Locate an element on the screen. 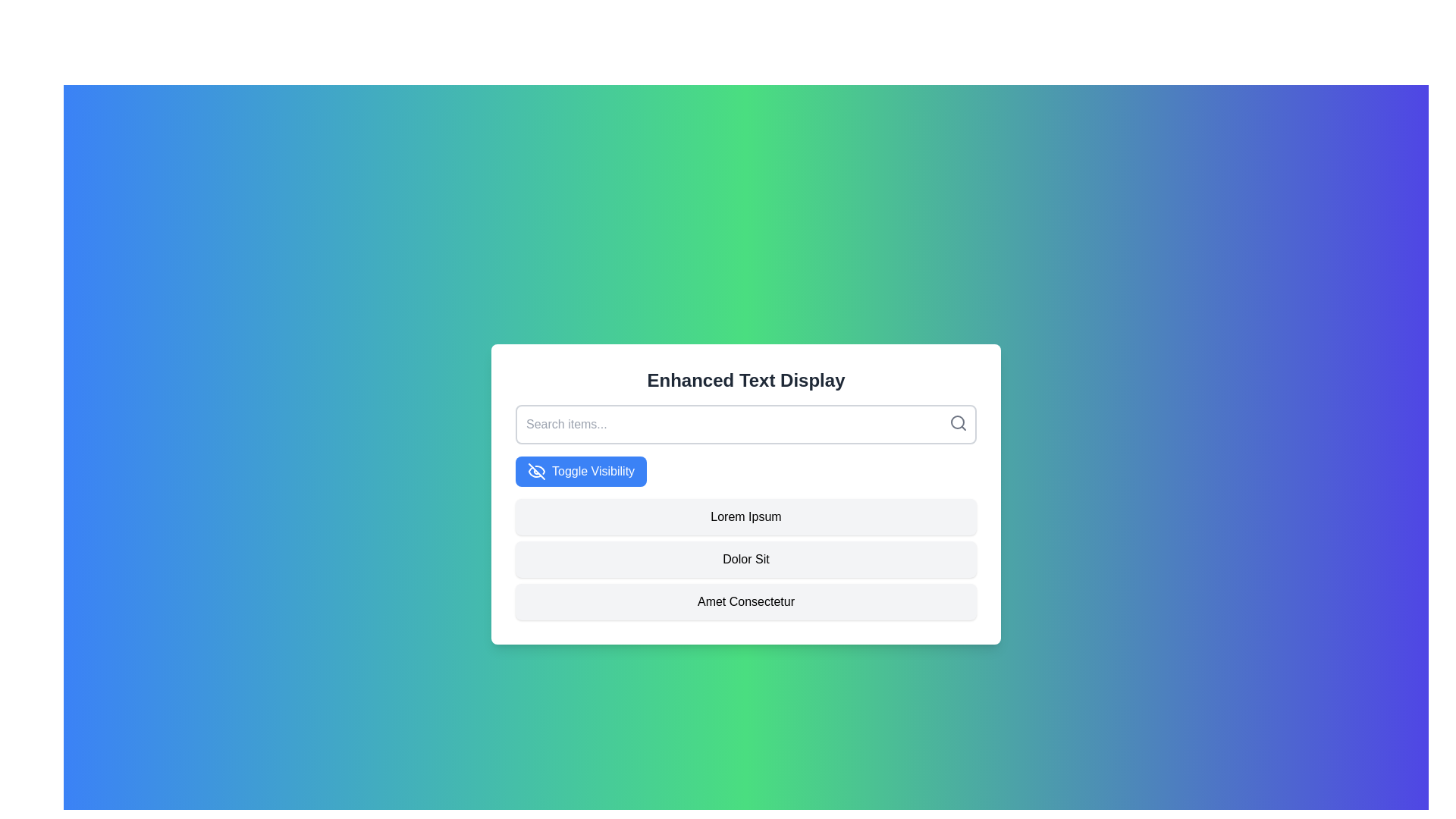 The width and height of the screenshot is (1456, 819). the visibility icon located to the left of the text within the 'Toggle Visibility' button, situated below the search bar is located at coordinates (537, 470).